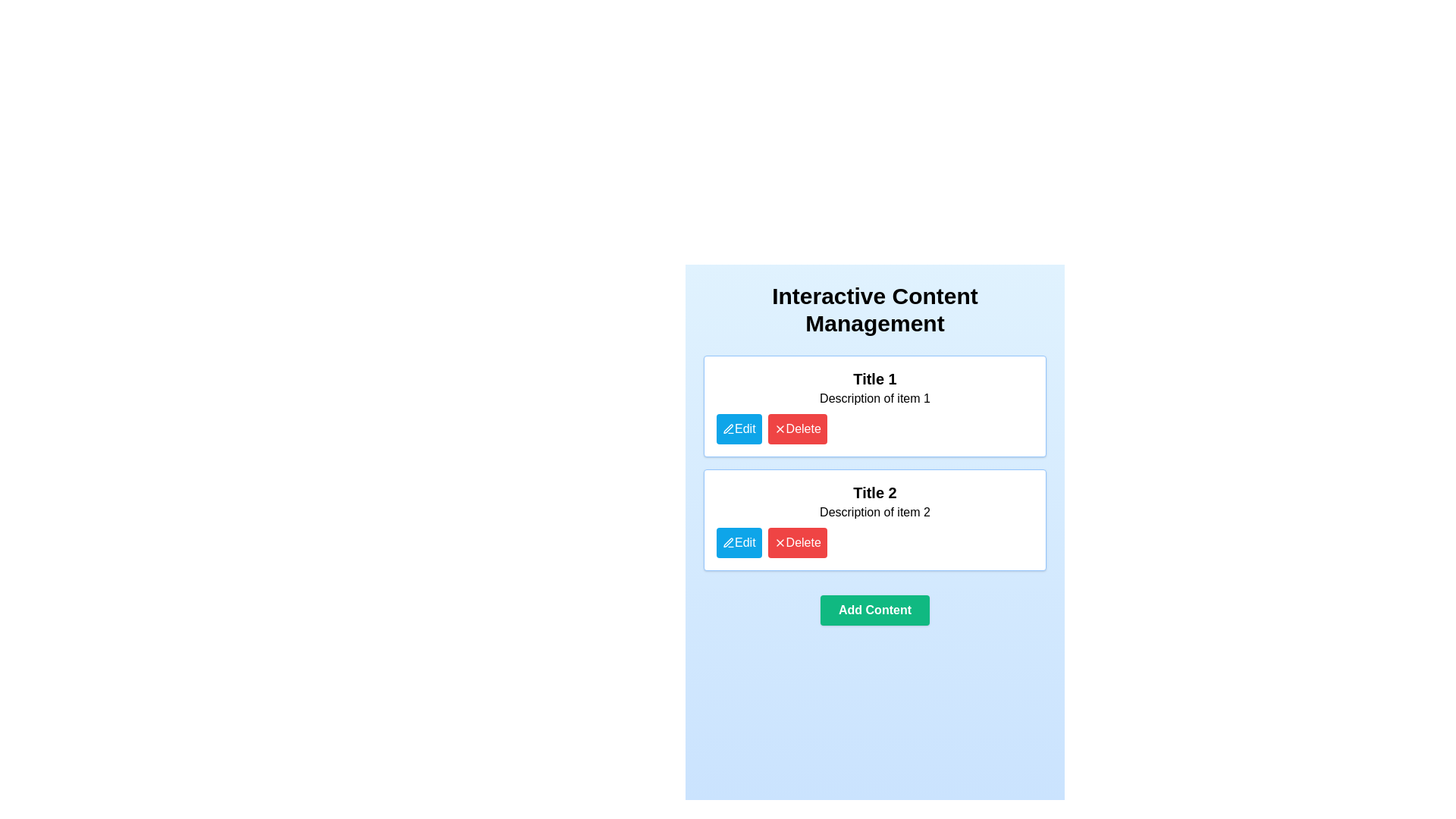  What do you see at coordinates (728, 428) in the screenshot?
I see `the decorative SVG icon styled as a pen or pencil located inside the 'Edit' button adjacent to the 'Delete' button in the card titled 'Title 1'` at bounding box center [728, 428].